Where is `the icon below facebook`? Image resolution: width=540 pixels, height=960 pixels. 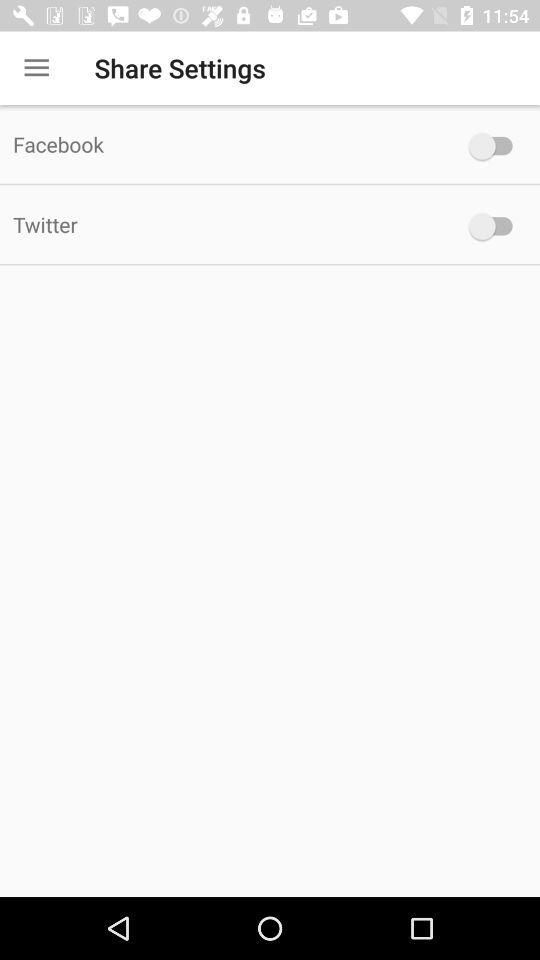
the icon below facebook is located at coordinates (224, 224).